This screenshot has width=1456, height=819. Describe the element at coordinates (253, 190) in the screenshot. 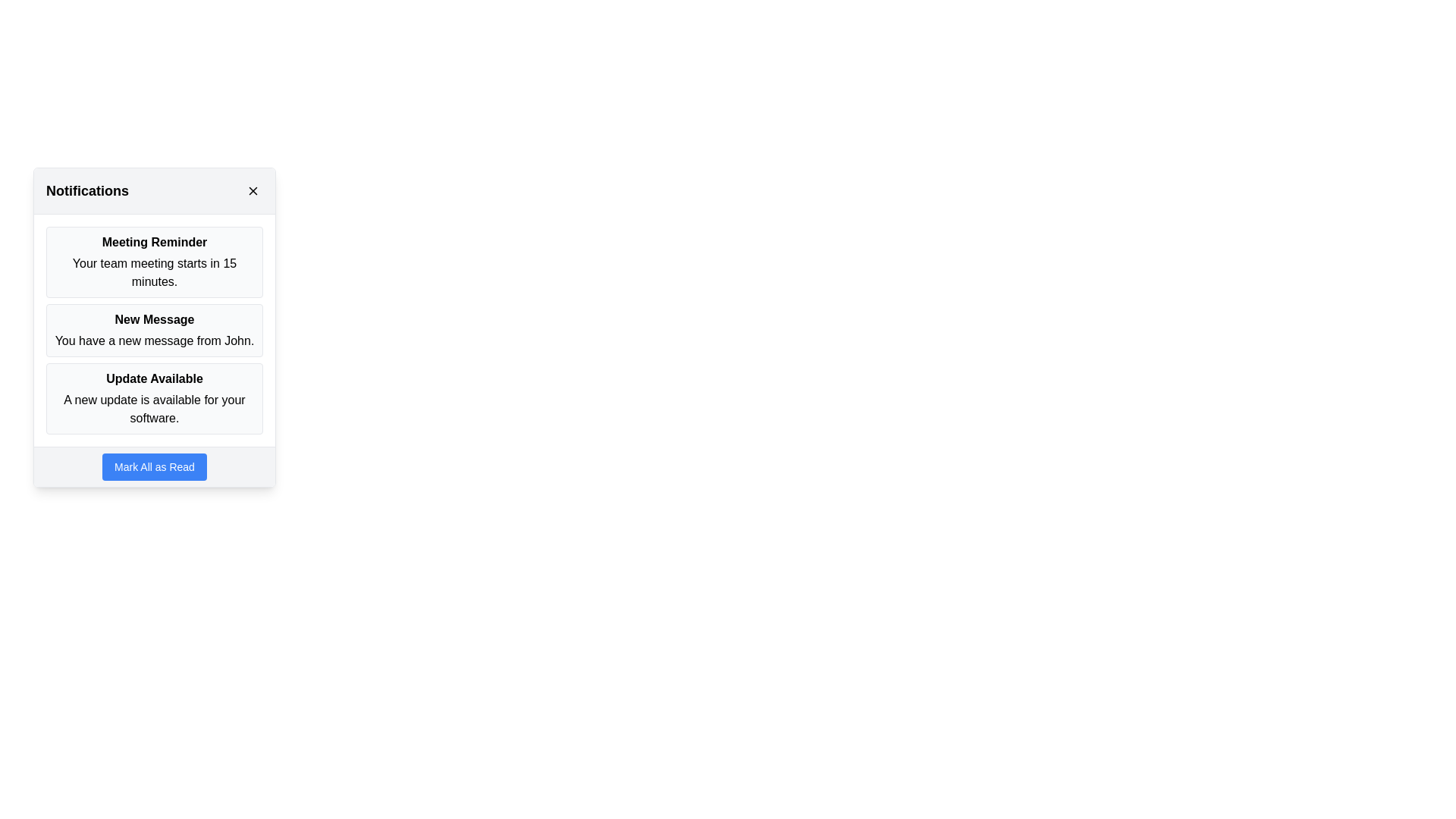

I see `the 'X' icon close button located in the top-right corner of the 'Notifications' panel` at that location.